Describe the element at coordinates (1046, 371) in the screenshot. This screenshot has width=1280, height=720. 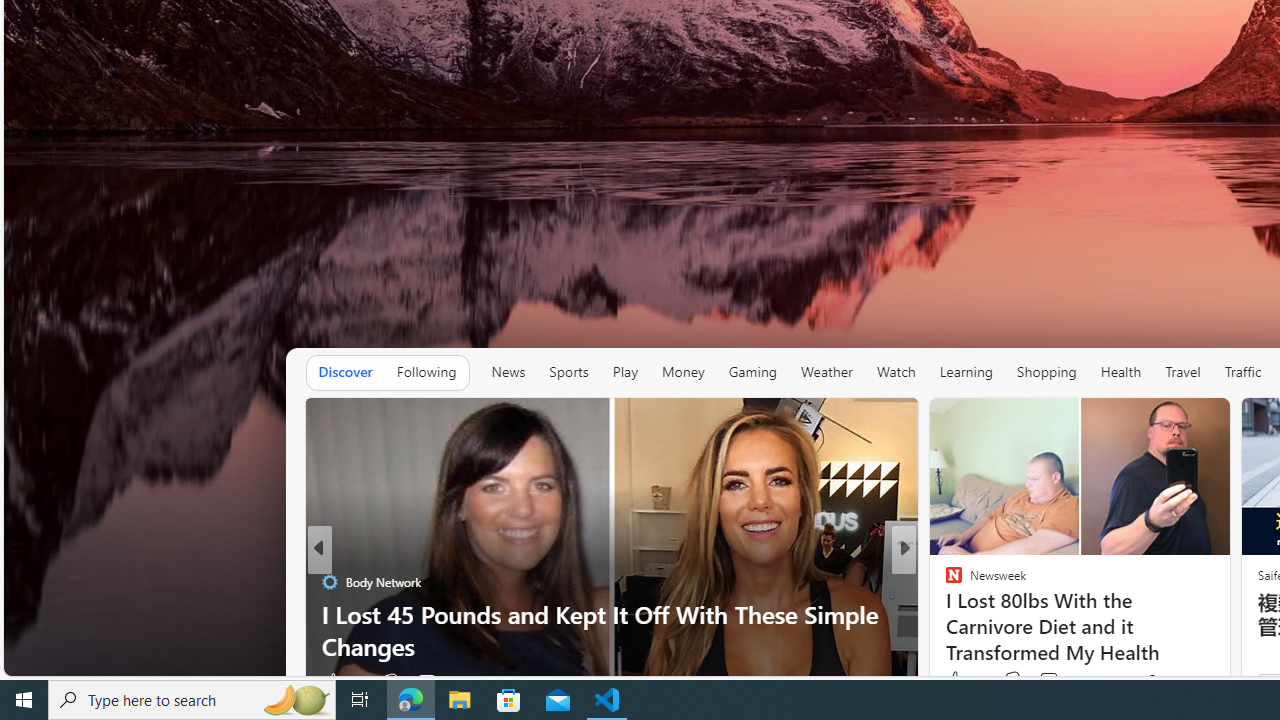
I see `'Shopping'` at that location.